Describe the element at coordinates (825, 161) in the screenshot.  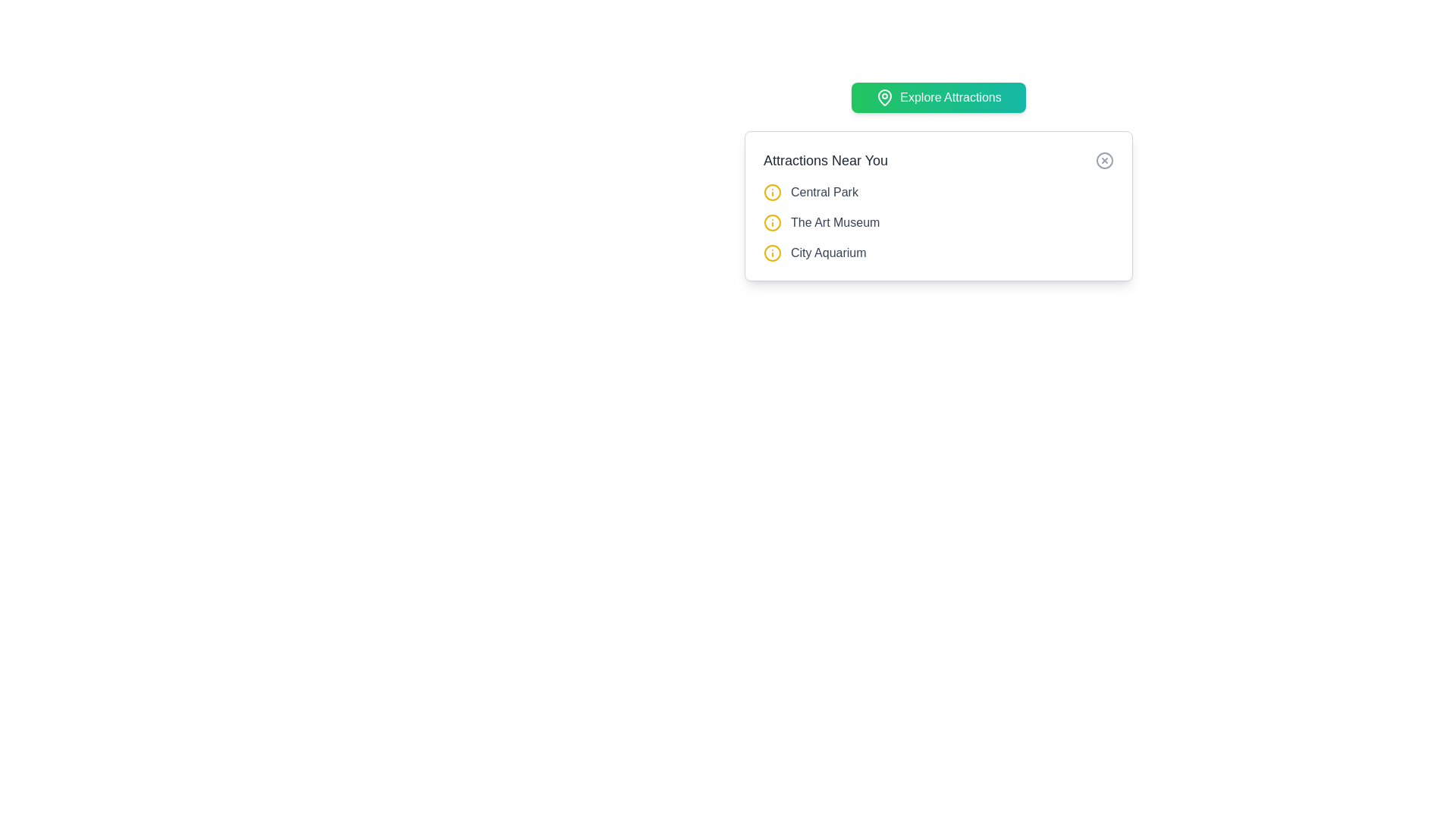
I see `the text label reading 'Attractions Near You'` at that location.